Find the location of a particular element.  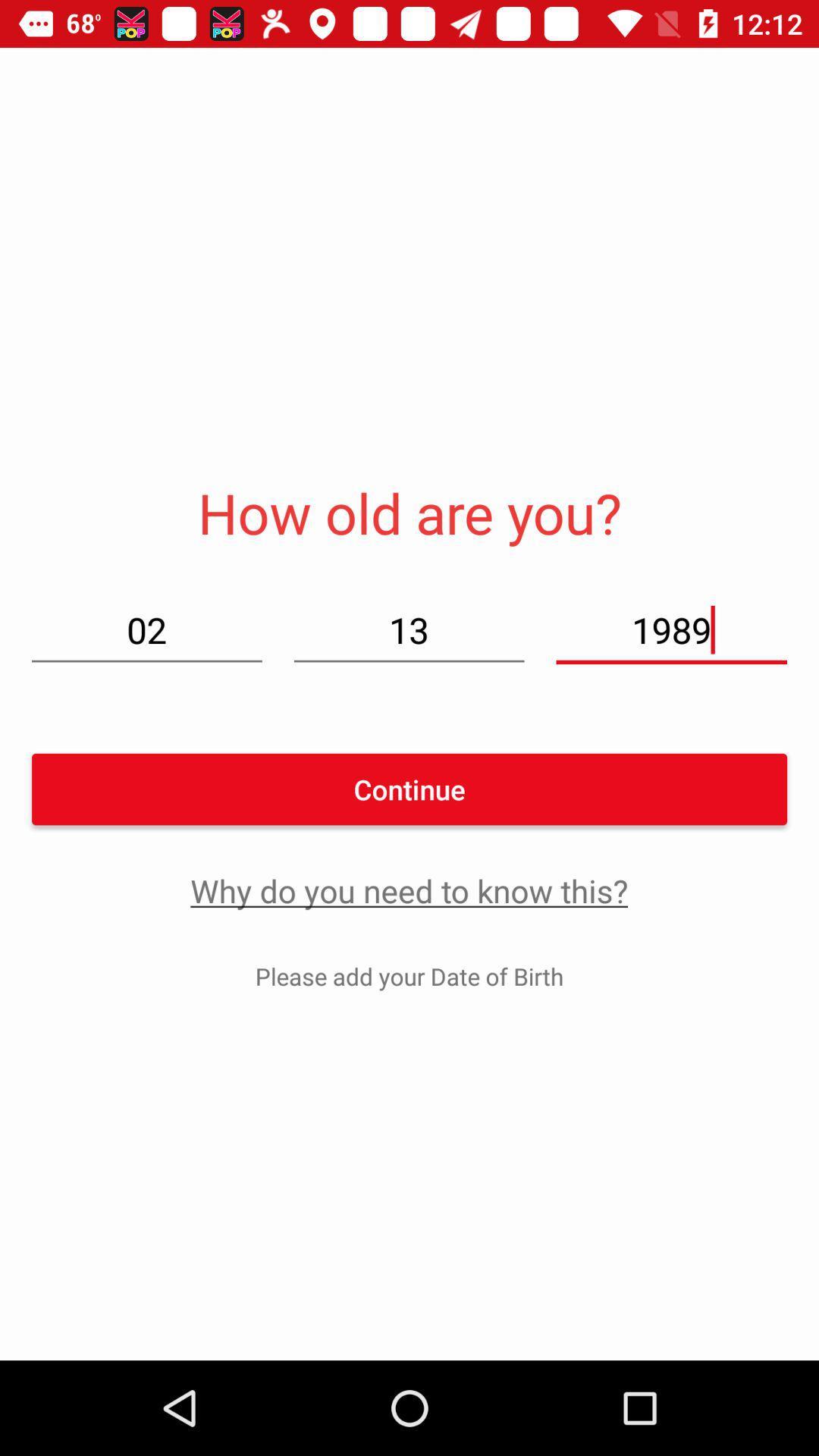

1989 on the right is located at coordinates (670, 629).